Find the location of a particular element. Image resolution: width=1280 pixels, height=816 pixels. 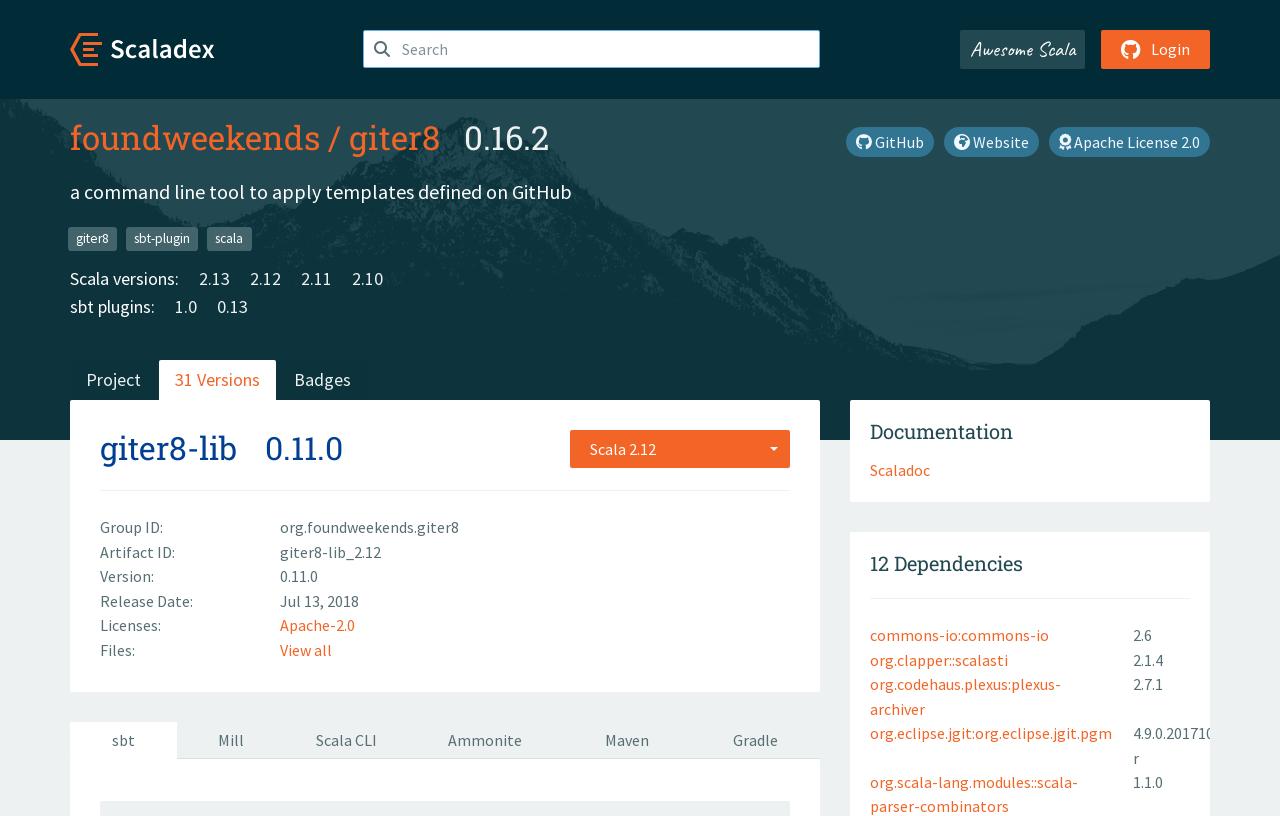

'Gradle' is located at coordinates (754, 740).